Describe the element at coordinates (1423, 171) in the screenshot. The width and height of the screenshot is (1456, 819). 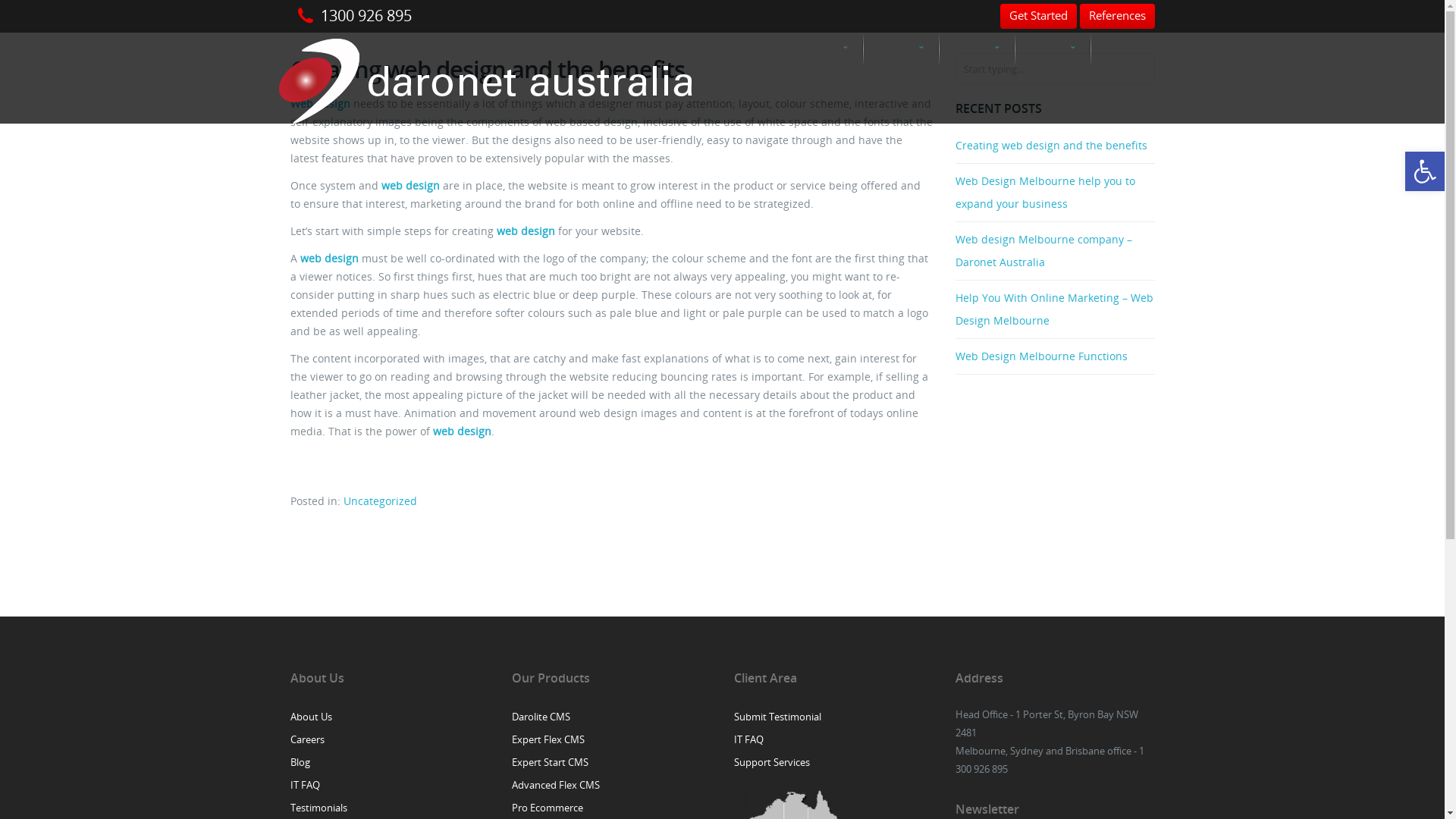
I see `'Open toolbar'` at that location.